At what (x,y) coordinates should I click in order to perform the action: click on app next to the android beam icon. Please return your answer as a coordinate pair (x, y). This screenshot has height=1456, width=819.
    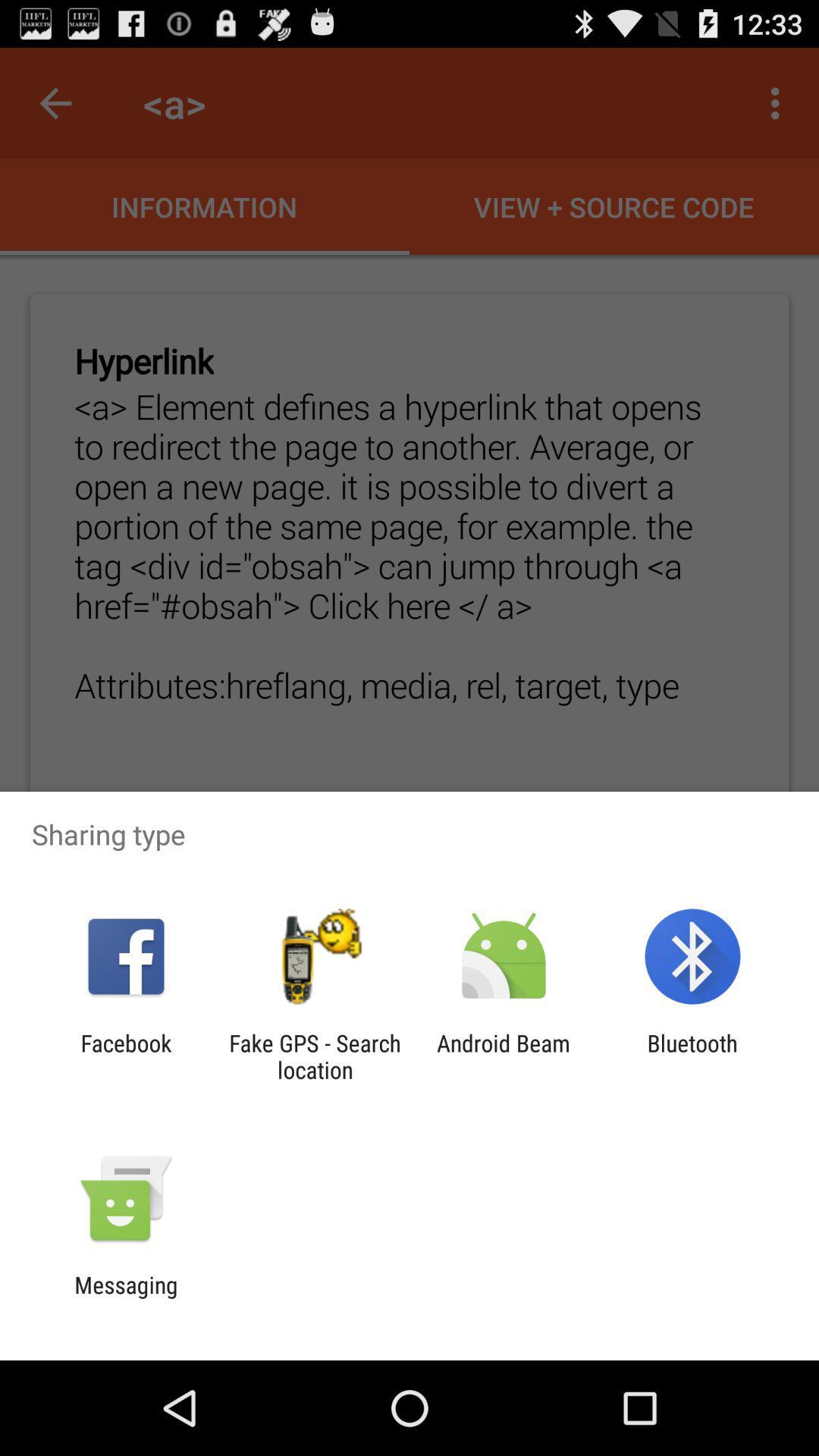
    Looking at the image, I should click on (692, 1056).